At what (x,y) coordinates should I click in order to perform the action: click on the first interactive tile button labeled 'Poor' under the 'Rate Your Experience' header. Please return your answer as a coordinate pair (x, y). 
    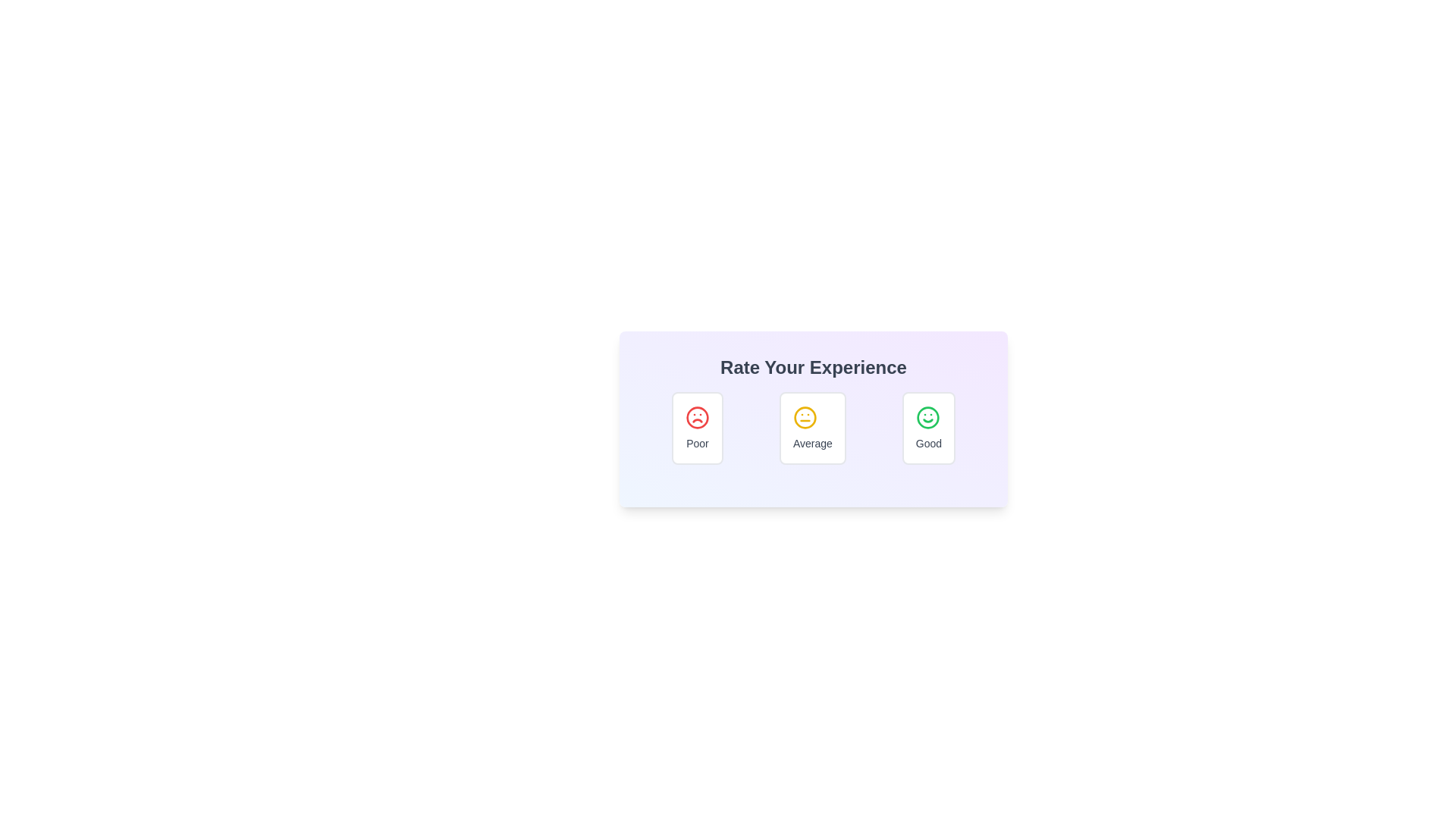
    Looking at the image, I should click on (697, 428).